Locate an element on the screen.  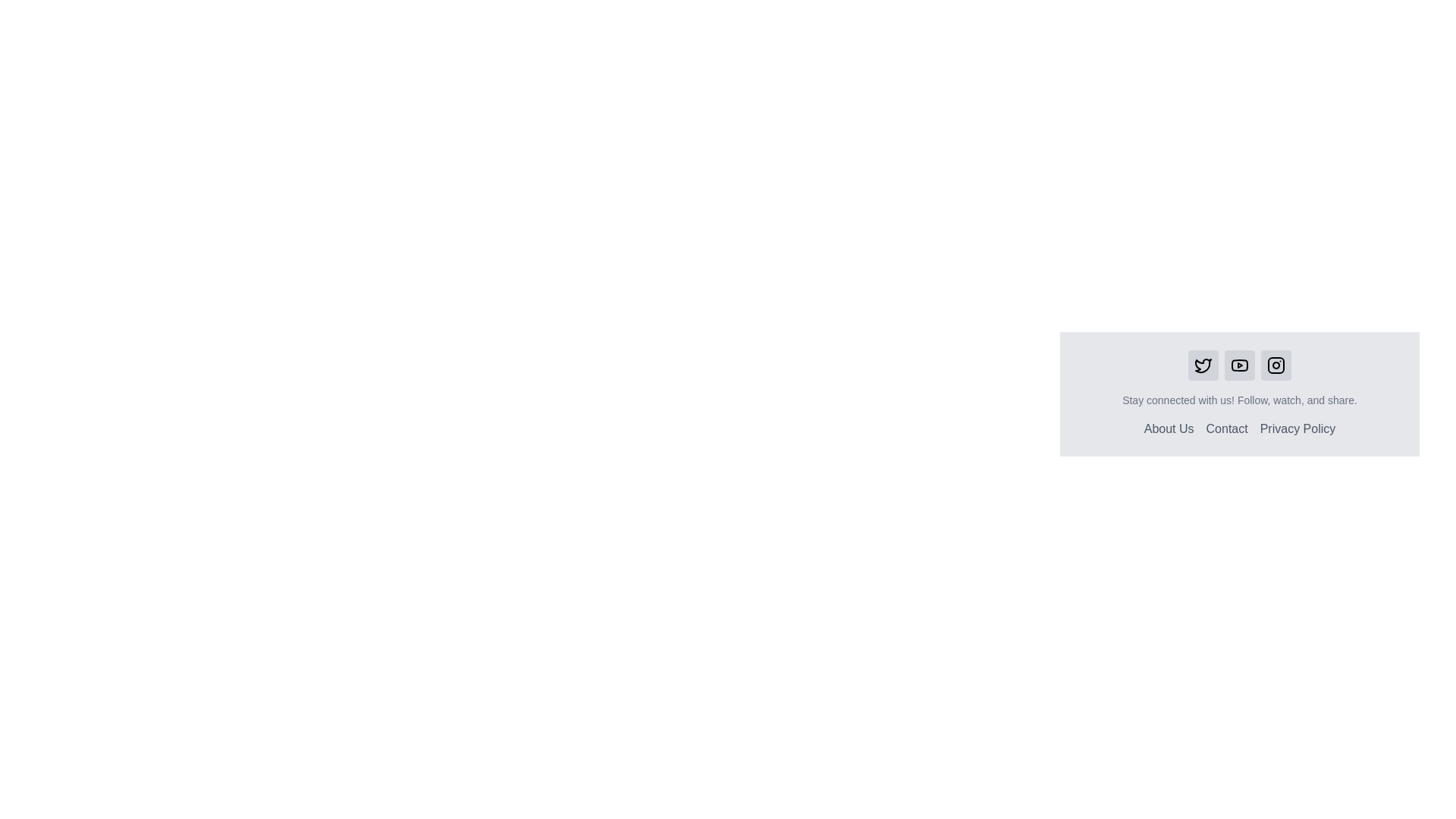
the 'About Us' hyperlink in the footer section is located at coordinates (1168, 428).